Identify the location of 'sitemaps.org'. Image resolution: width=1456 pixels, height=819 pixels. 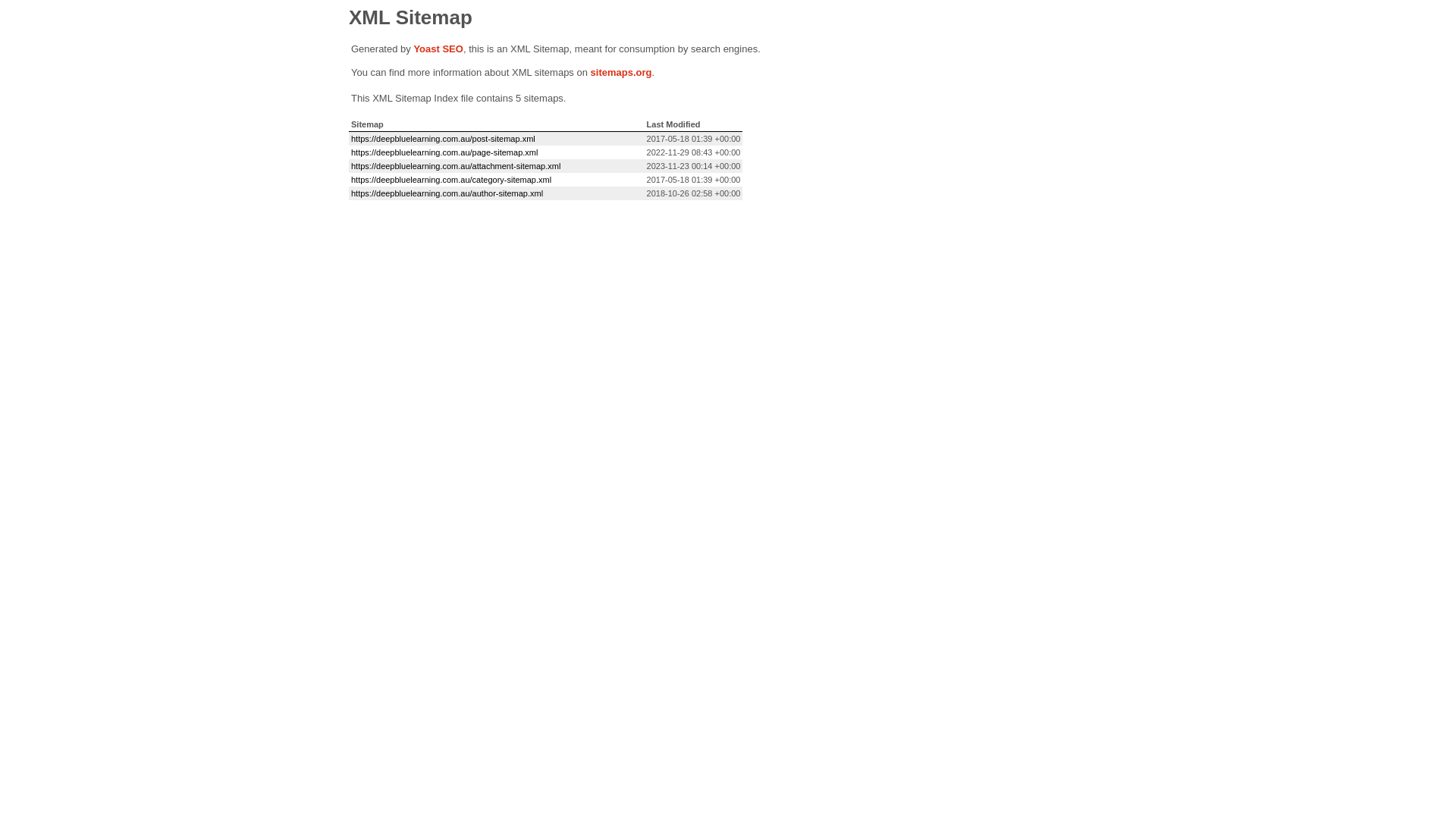
(621, 72).